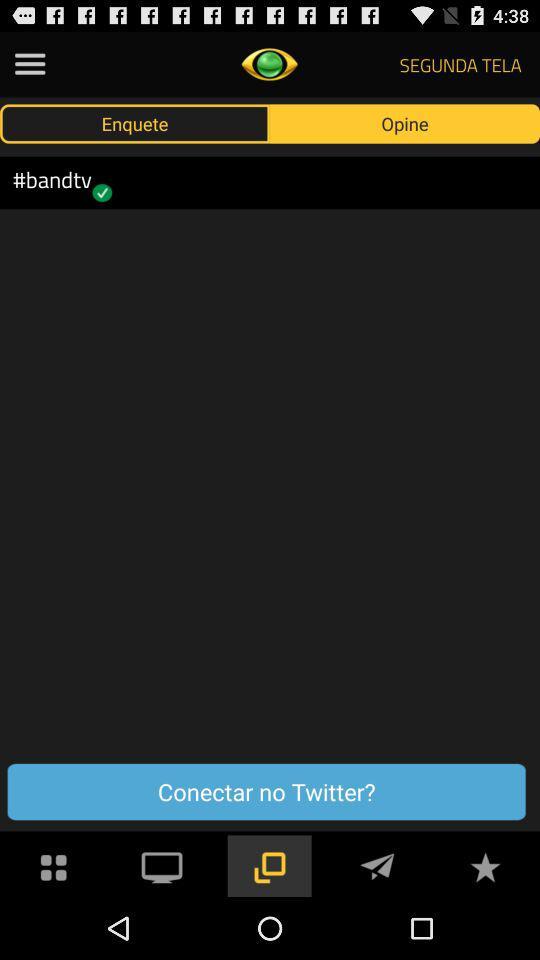 This screenshot has width=540, height=960. I want to click on button to the right of the enquete icon, so click(405, 122).